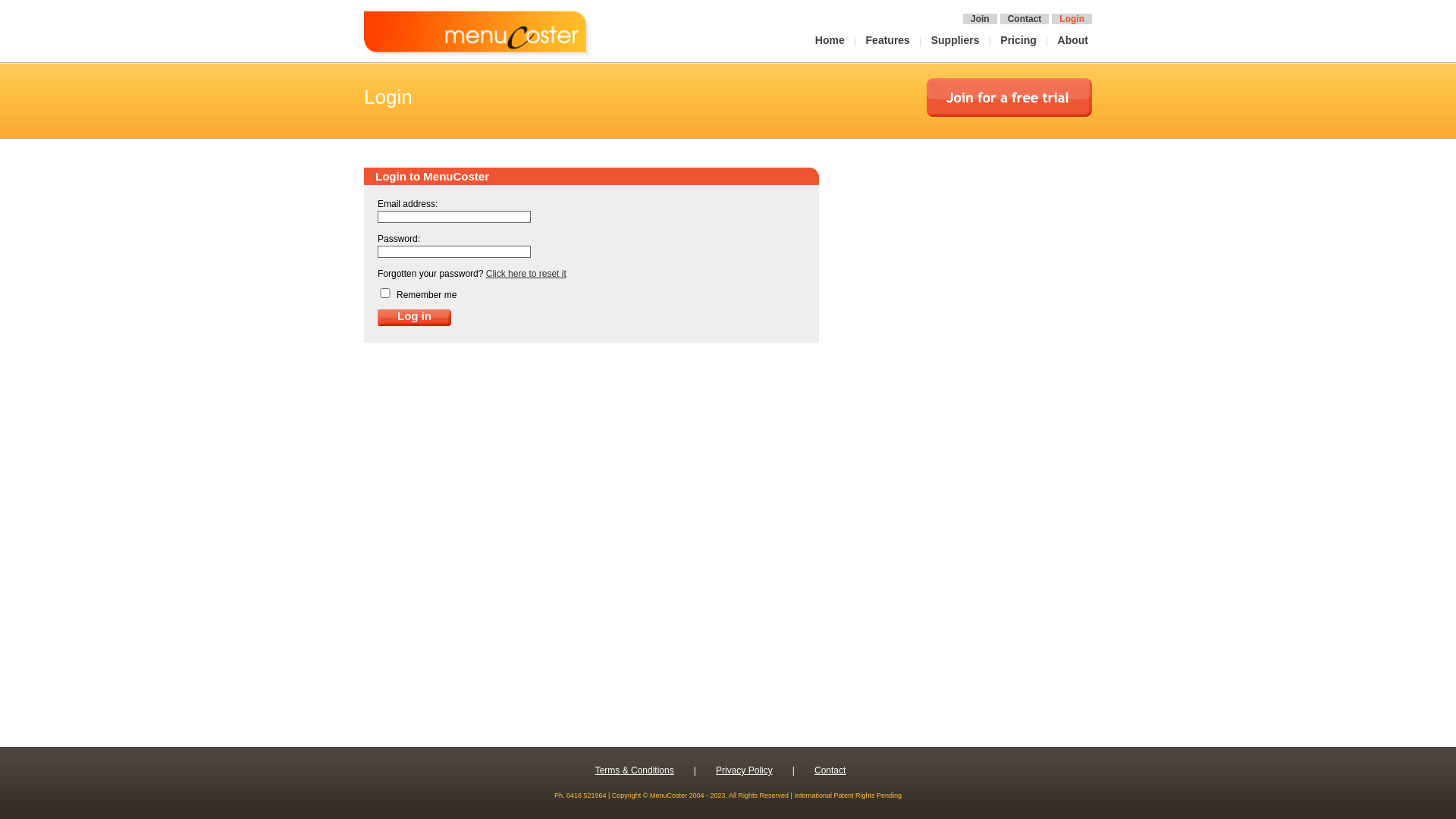 This screenshot has height=819, width=1456. Describe the element at coordinates (1057, 39) in the screenshot. I see `'About'` at that location.